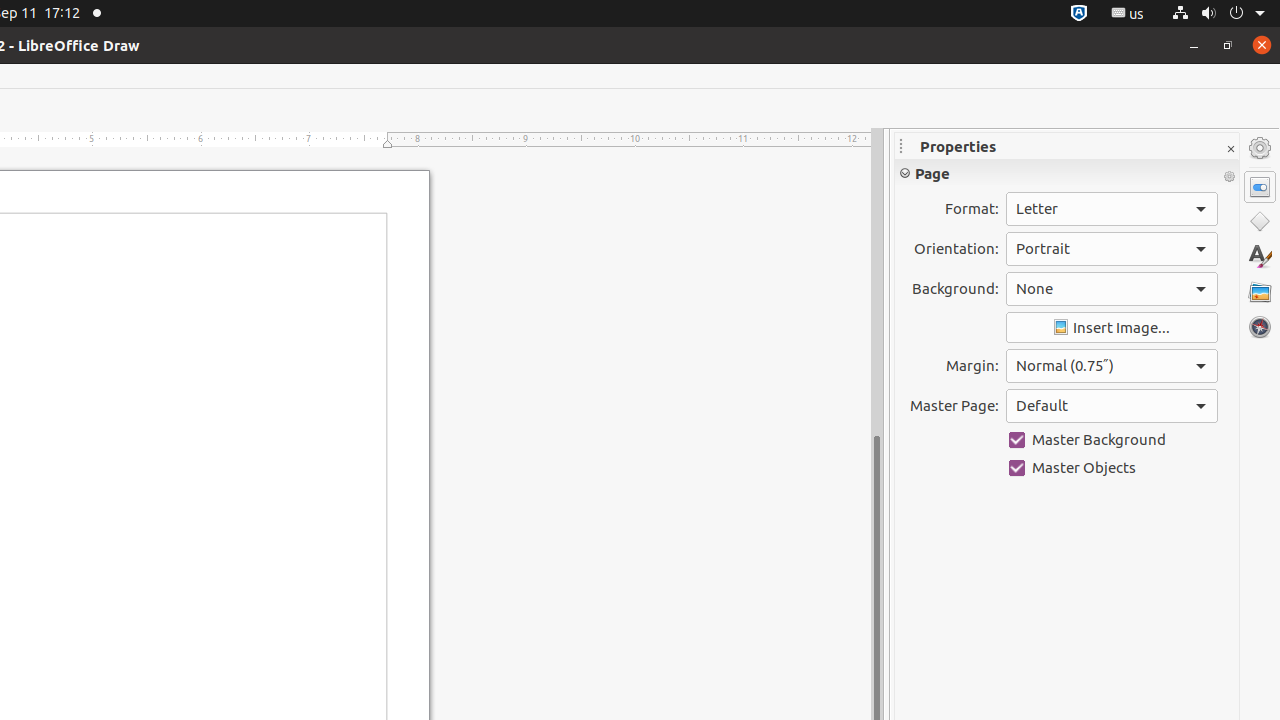 The width and height of the screenshot is (1280, 720). What do you see at coordinates (1110, 365) in the screenshot?
I see `'Margin:'` at bounding box center [1110, 365].